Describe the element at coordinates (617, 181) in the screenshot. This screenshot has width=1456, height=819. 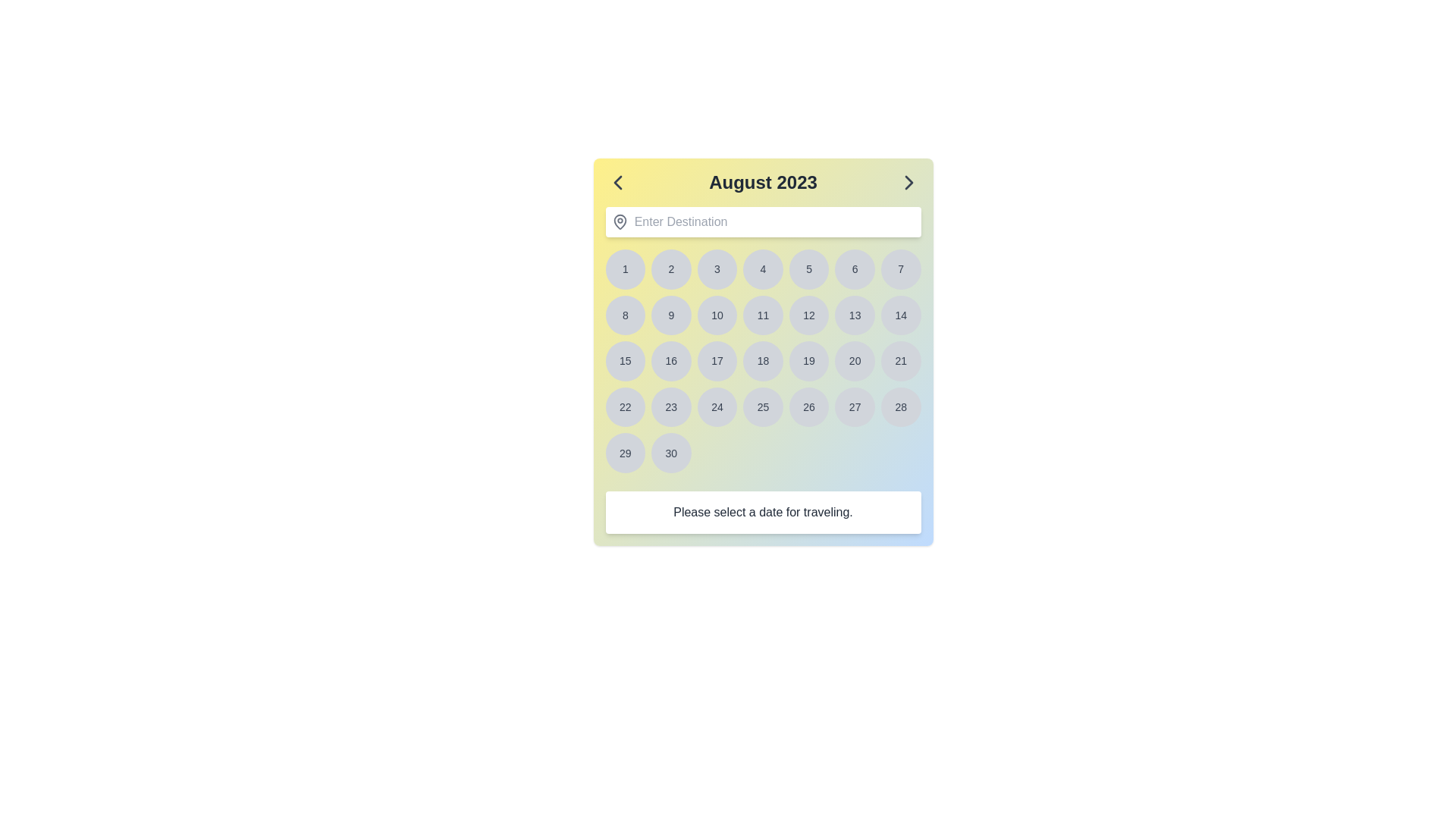
I see `the left chevron button, which is dark-colored and positioned against a light yellow background` at that location.